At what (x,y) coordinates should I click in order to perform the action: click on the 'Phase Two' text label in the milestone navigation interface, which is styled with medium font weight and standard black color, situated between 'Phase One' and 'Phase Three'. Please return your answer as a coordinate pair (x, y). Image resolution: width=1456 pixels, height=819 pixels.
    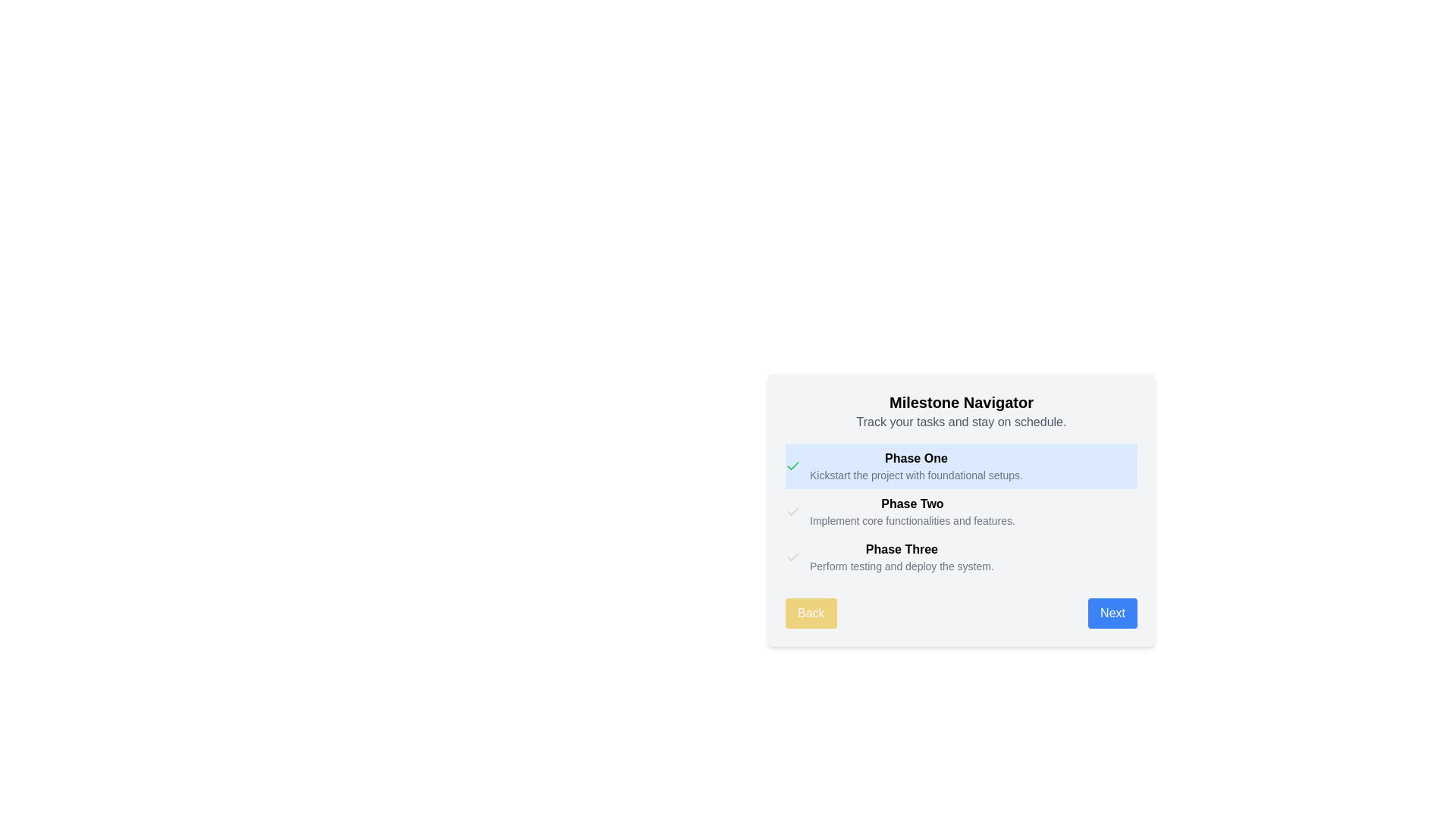
    Looking at the image, I should click on (912, 504).